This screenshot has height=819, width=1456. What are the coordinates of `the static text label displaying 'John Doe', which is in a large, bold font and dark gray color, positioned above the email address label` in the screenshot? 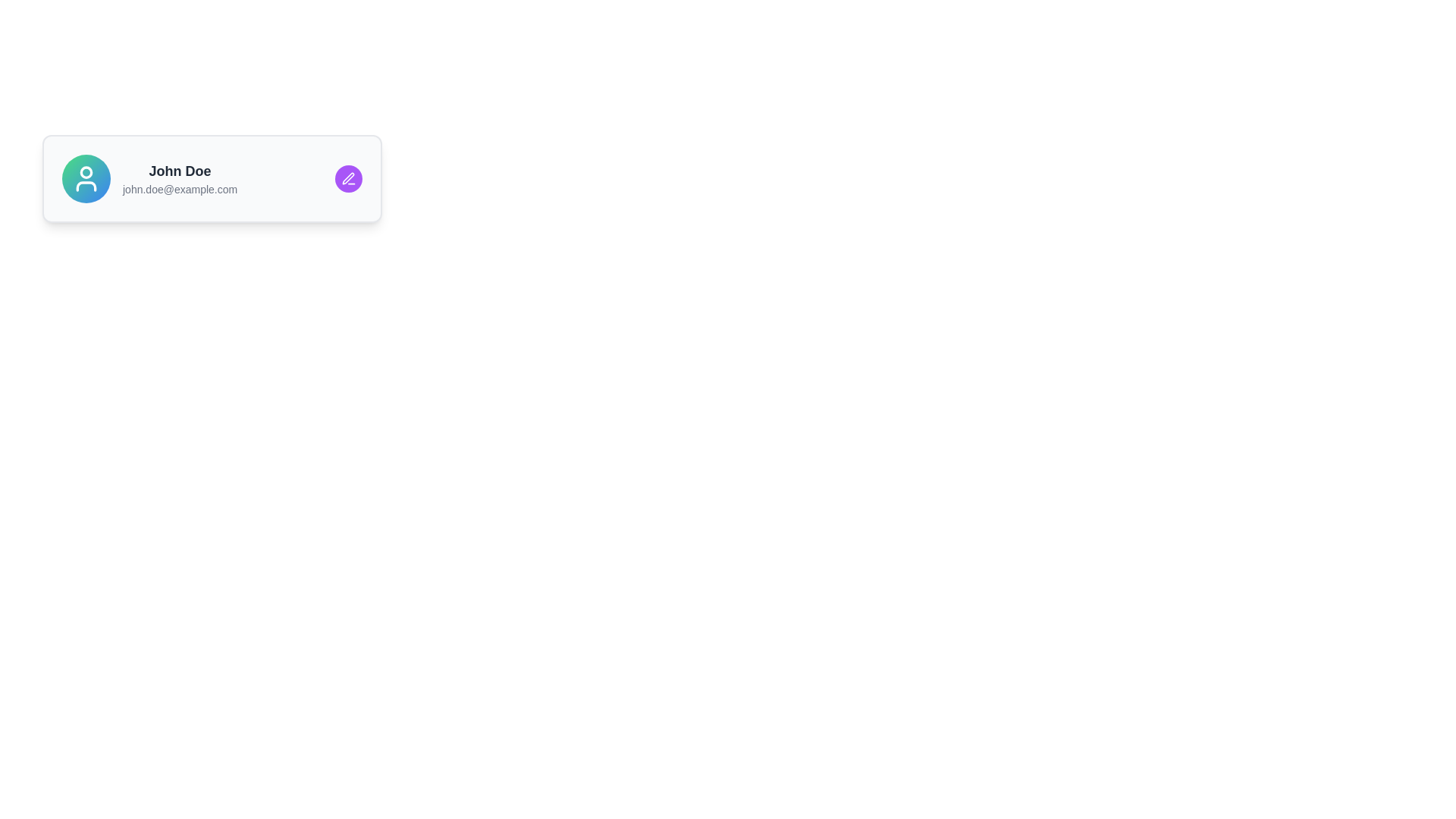 It's located at (180, 171).